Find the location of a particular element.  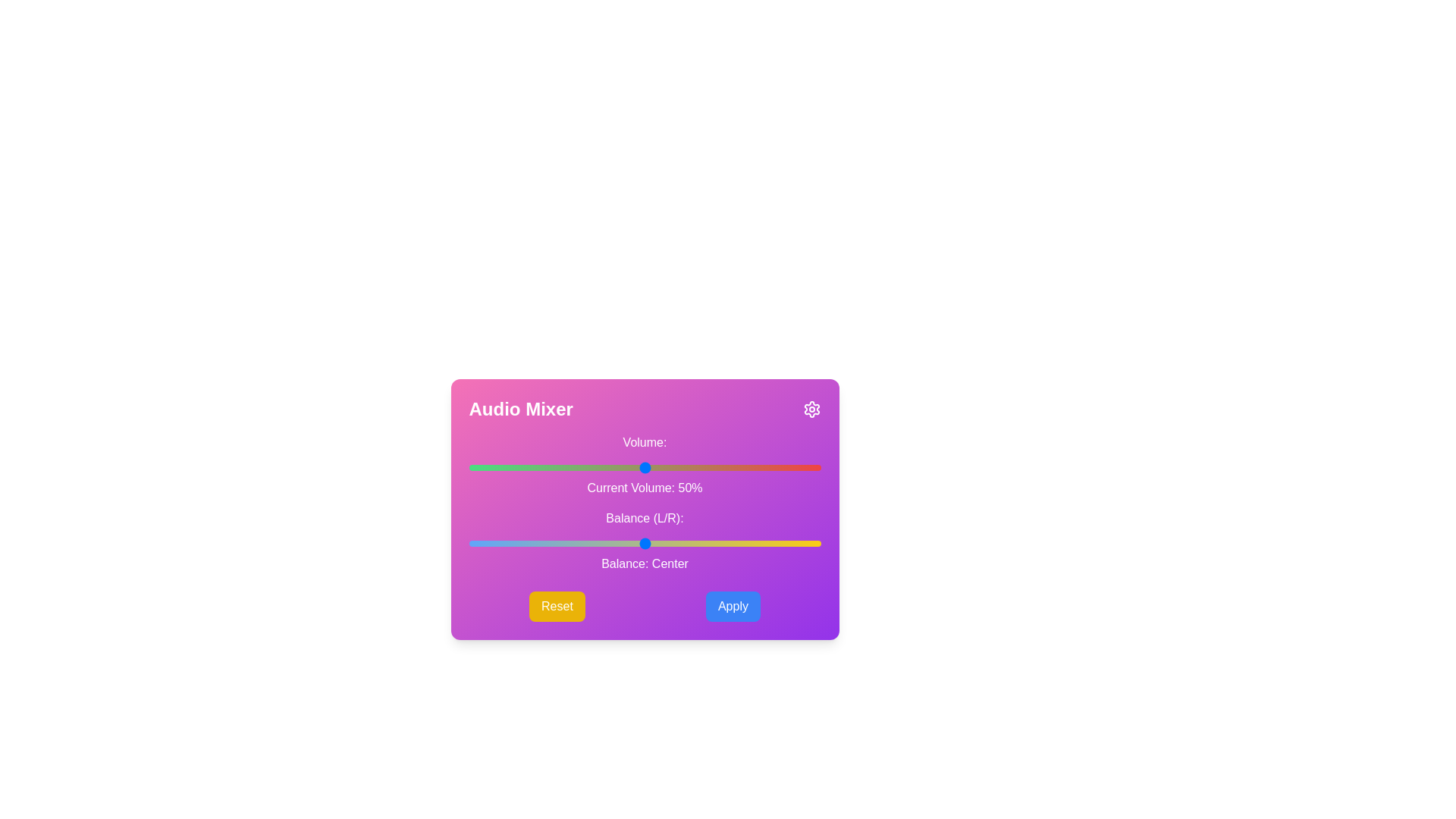

the 'Reset' button to reset the settings is located at coordinates (556, 605).